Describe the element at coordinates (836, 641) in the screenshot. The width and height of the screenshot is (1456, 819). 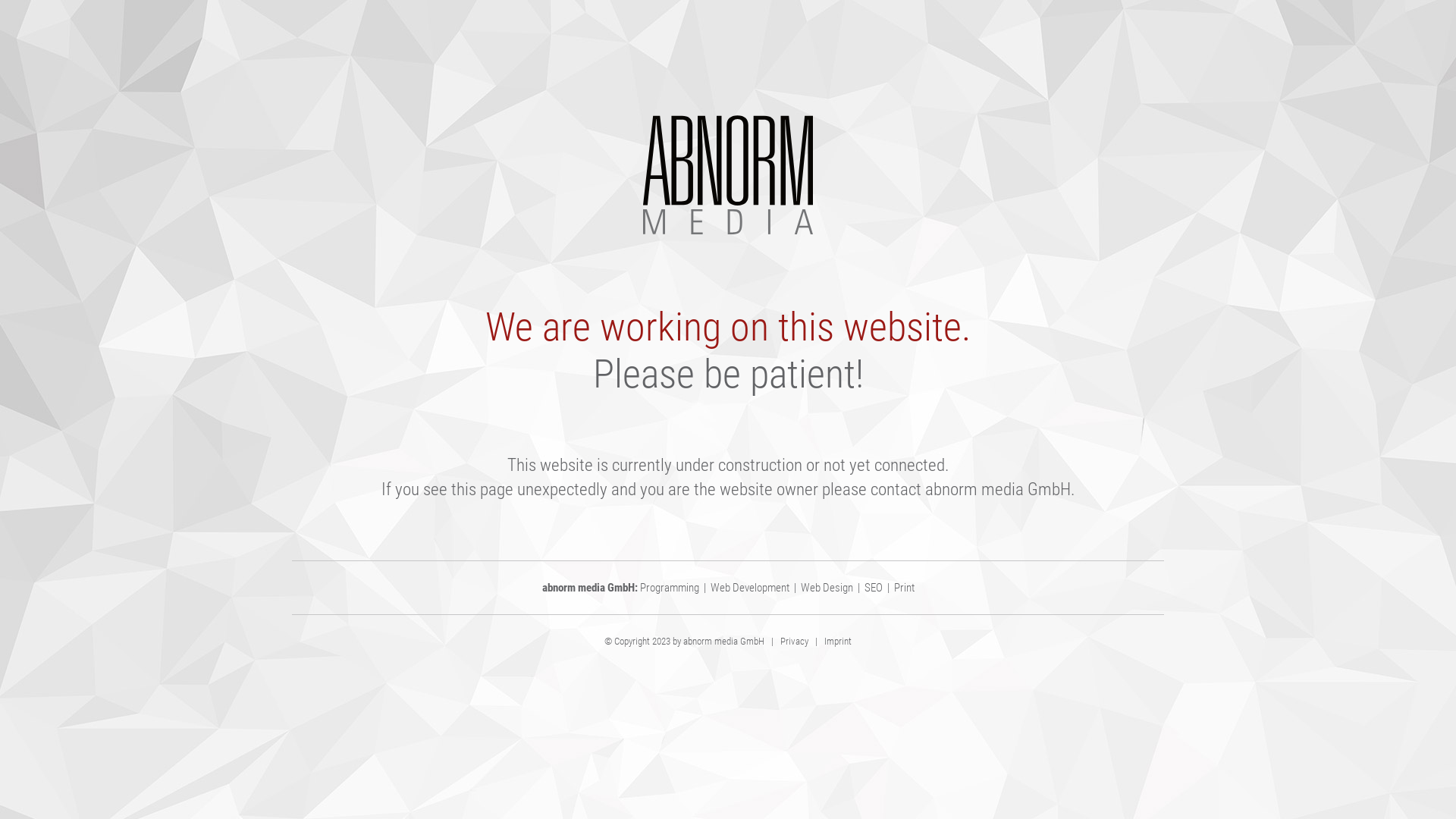
I see `'Imprint'` at that location.